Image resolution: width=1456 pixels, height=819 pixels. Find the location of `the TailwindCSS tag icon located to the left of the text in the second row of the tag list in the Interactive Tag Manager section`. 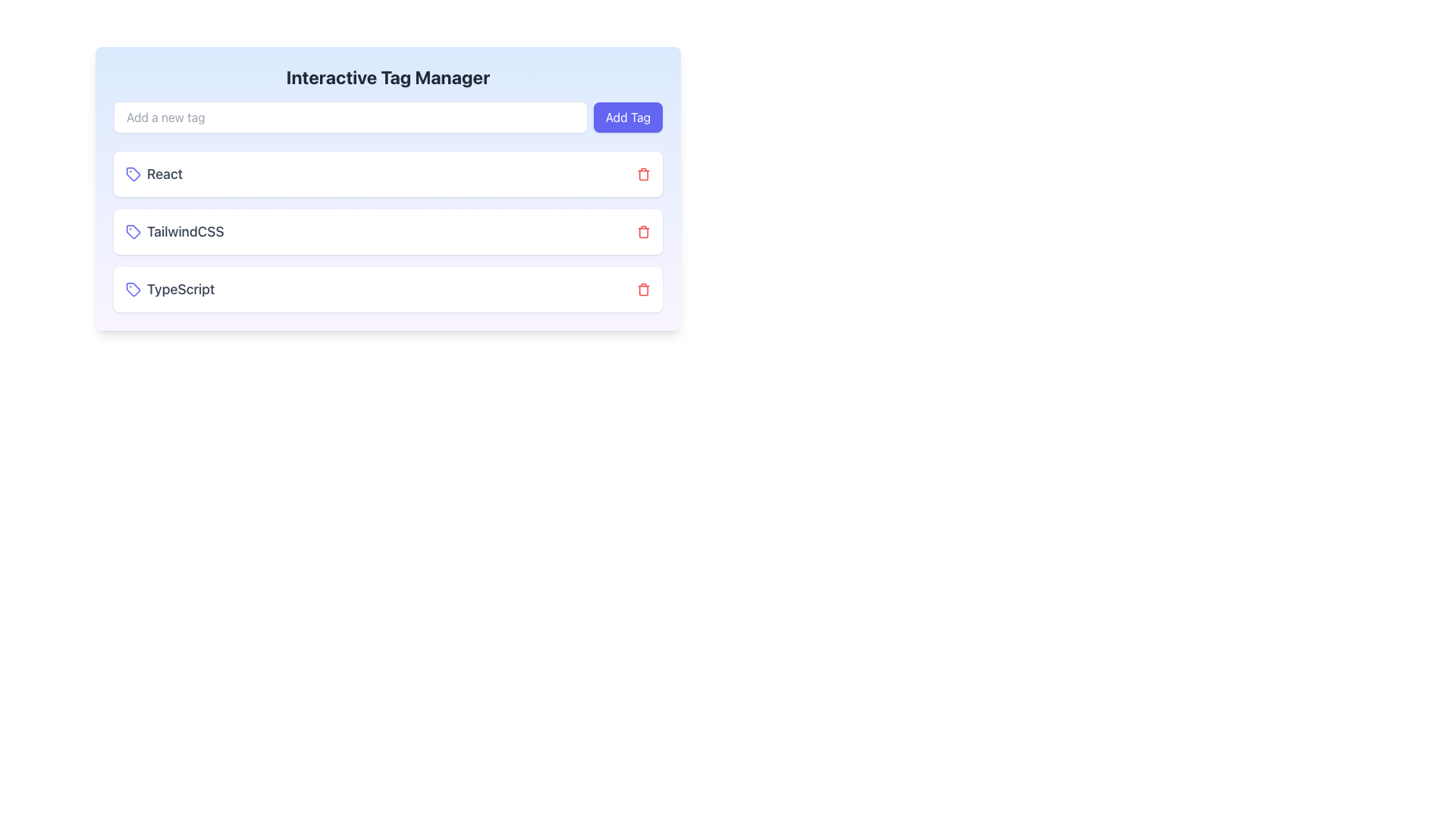

the TailwindCSS tag icon located to the left of the text in the second row of the tag list in the Interactive Tag Manager section is located at coordinates (133, 231).